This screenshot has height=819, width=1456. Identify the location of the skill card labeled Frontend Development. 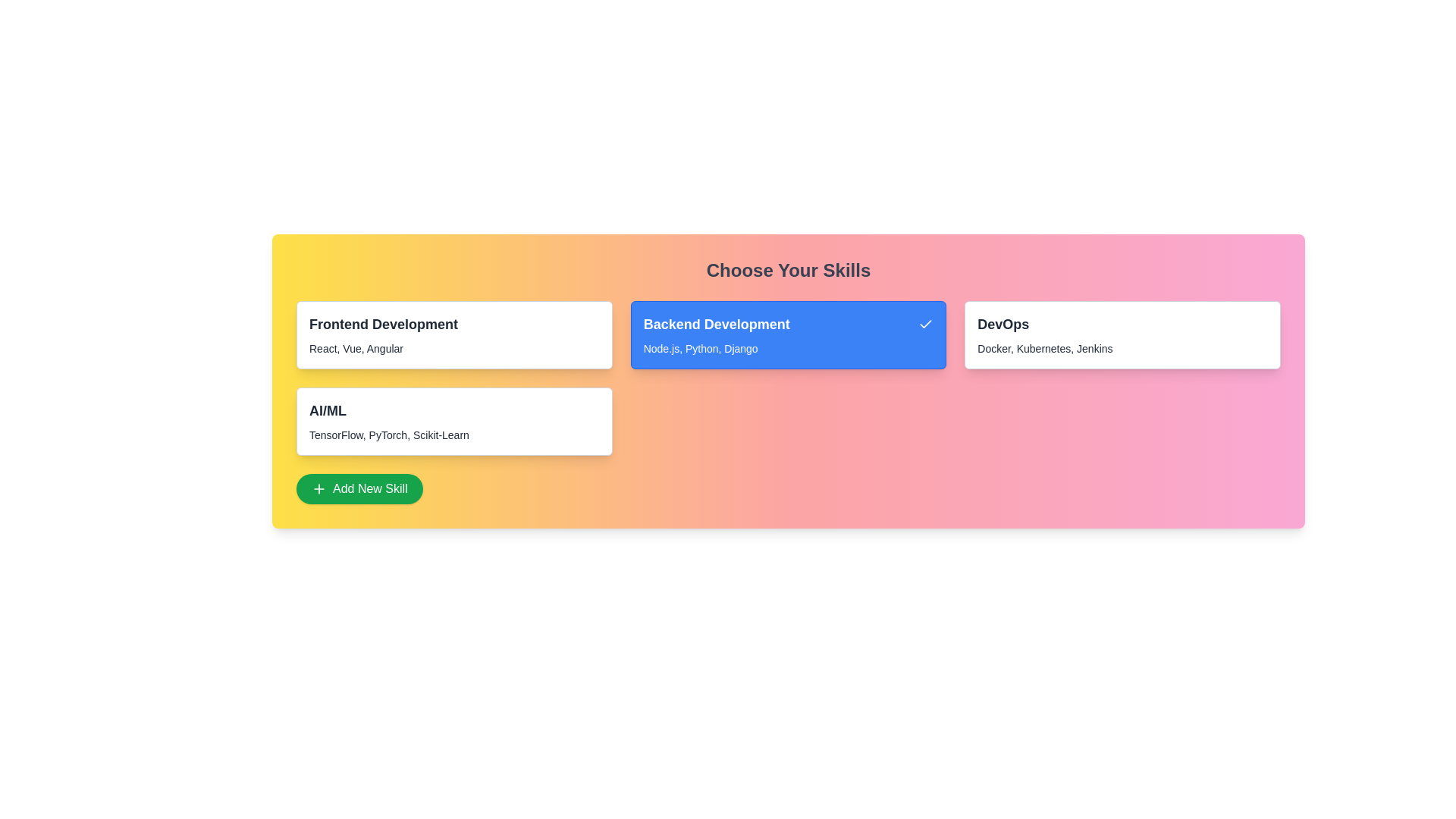
(453, 334).